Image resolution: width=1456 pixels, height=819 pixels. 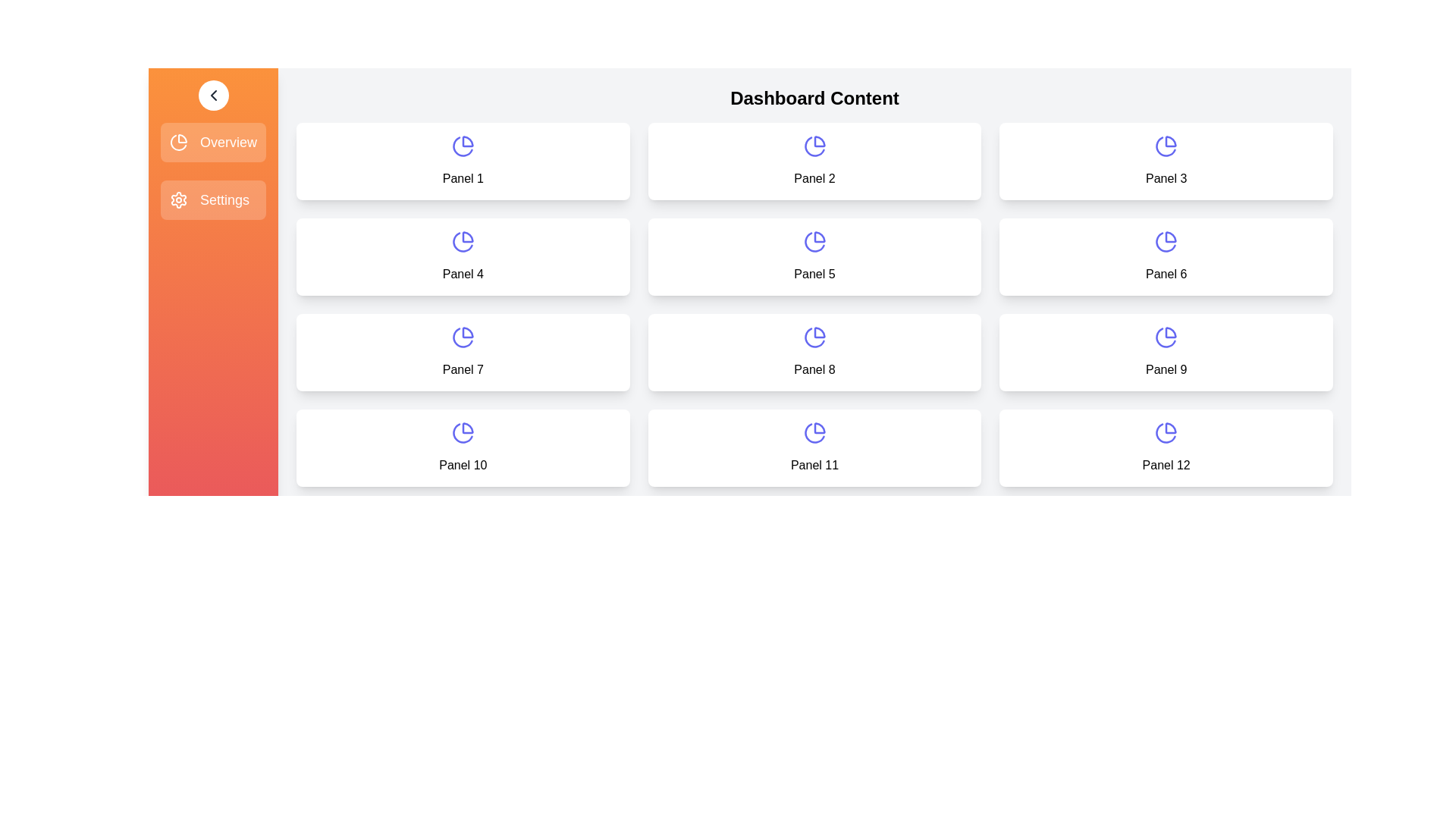 What do you see at coordinates (212, 143) in the screenshot?
I see `the menu option Overview by clicking on it` at bounding box center [212, 143].